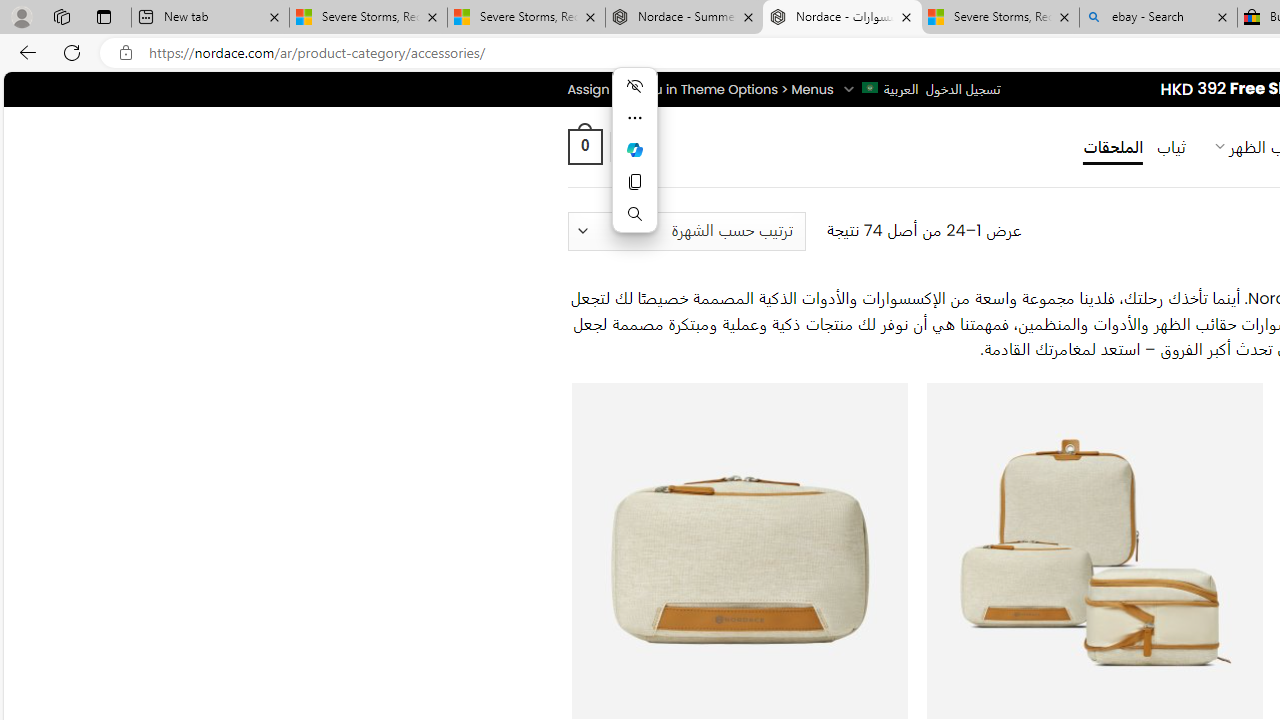 This screenshot has height=720, width=1280. Describe the element at coordinates (700, 88) in the screenshot. I see `'Assign a menu in Theme Options > Menus'` at that location.